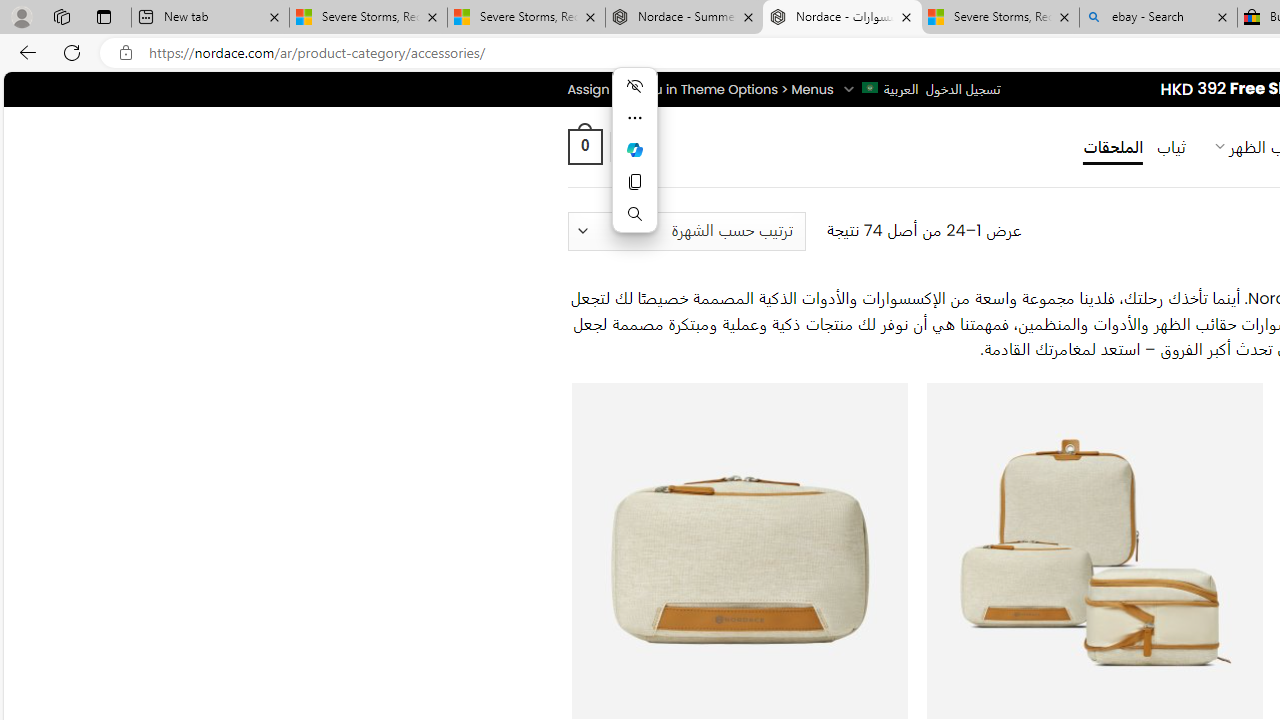 This screenshot has height=720, width=1280. Describe the element at coordinates (700, 88) in the screenshot. I see `'Assign a menu in Theme Options > Menus'` at that location.